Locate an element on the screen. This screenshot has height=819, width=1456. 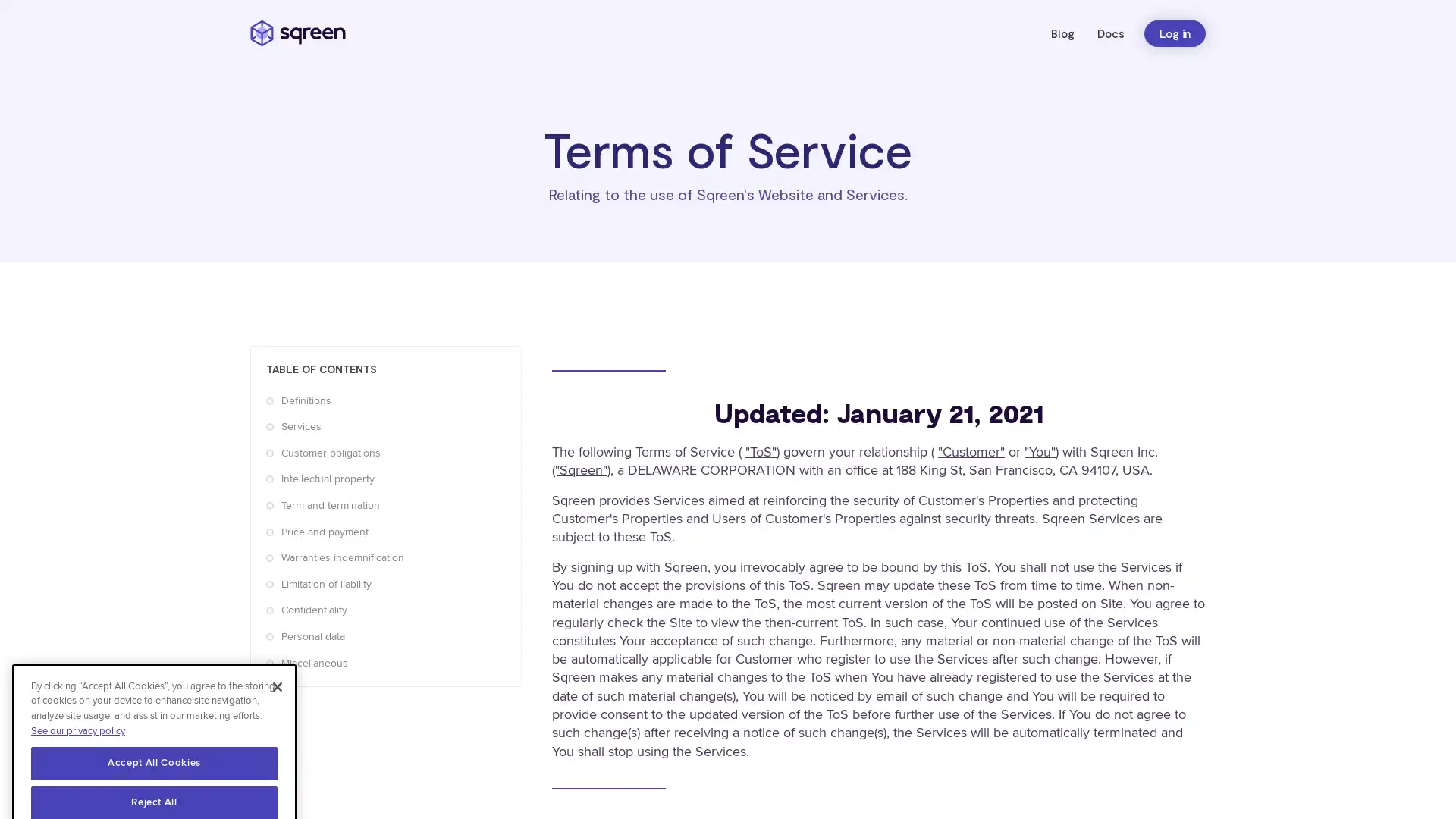
Accept All Cookies is located at coordinates (154, 721).